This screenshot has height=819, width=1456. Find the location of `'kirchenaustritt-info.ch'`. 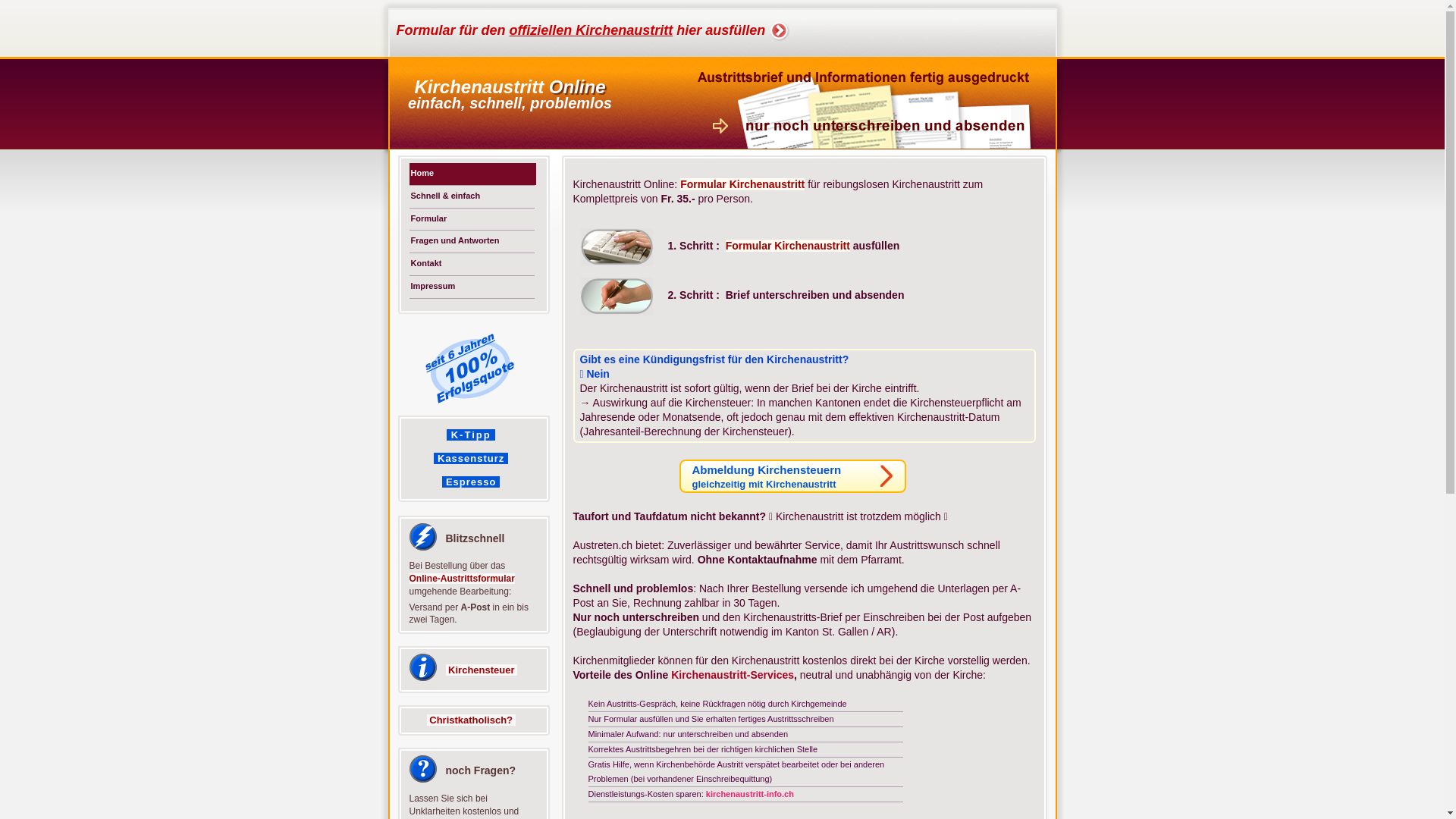

'kirchenaustritt-info.ch' is located at coordinates (749, 792).